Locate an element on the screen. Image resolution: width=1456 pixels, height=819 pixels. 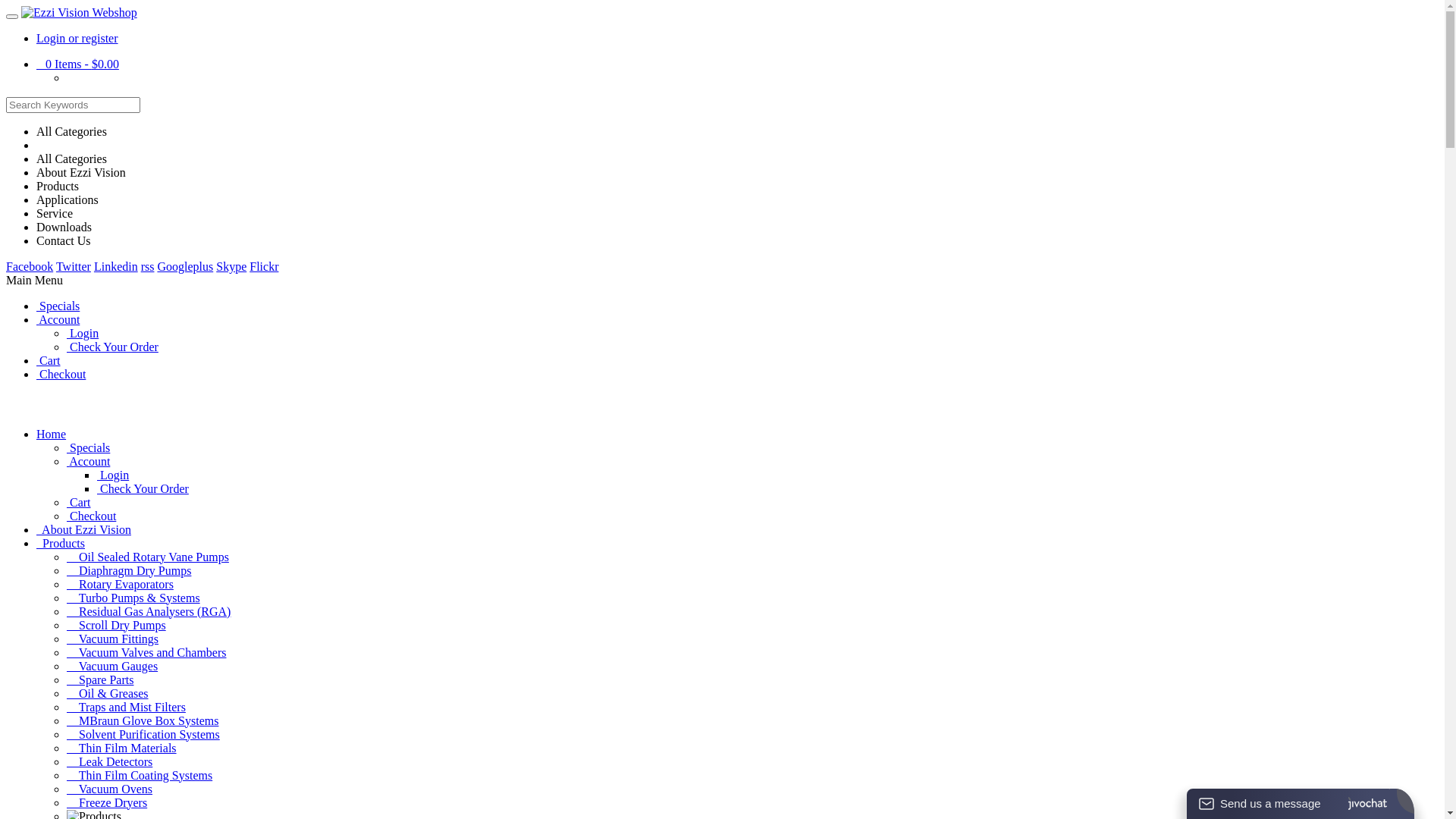
'    Oil & Greases' is located at coordinates (107, 693).